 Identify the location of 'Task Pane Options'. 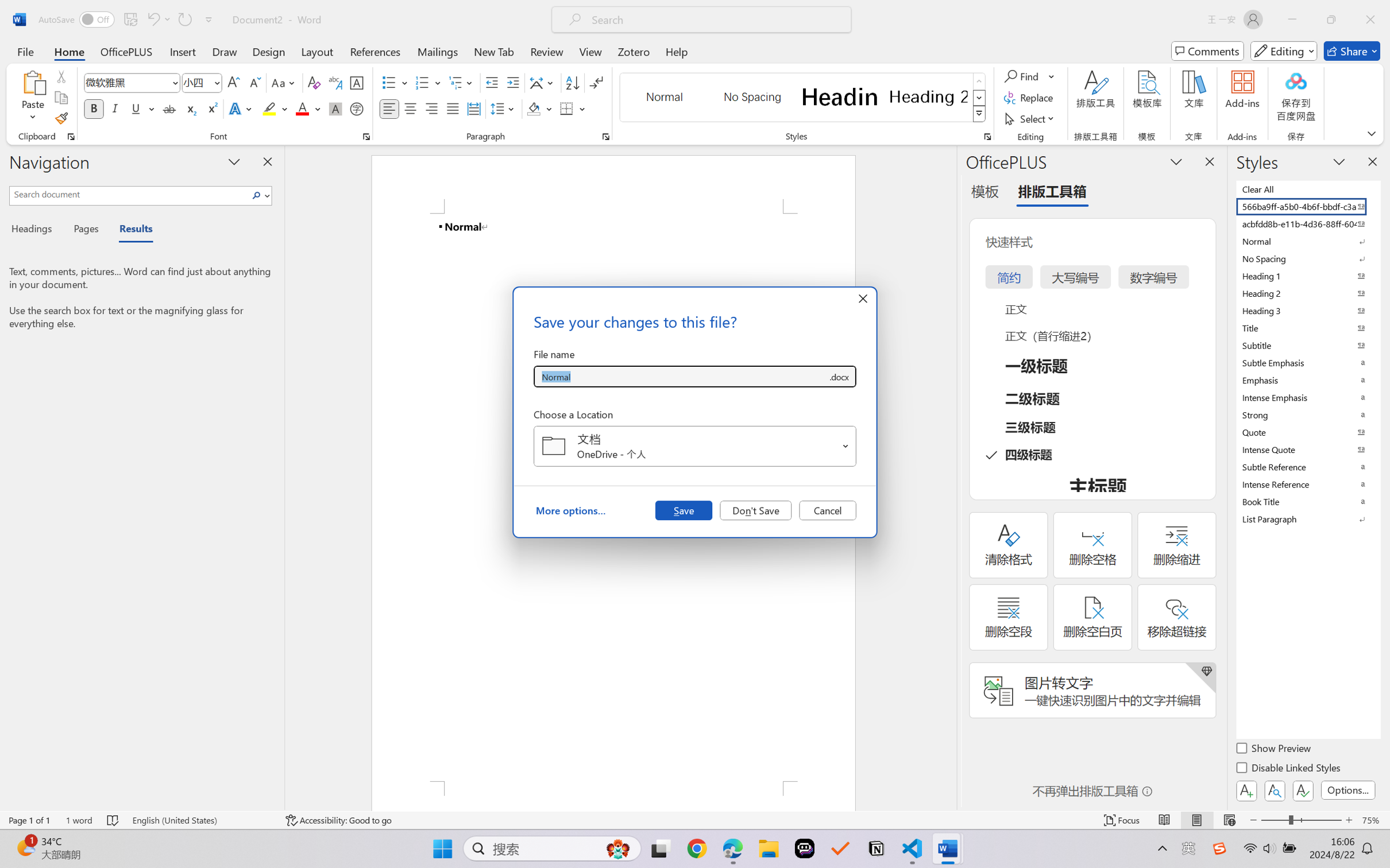
(1176, 161).